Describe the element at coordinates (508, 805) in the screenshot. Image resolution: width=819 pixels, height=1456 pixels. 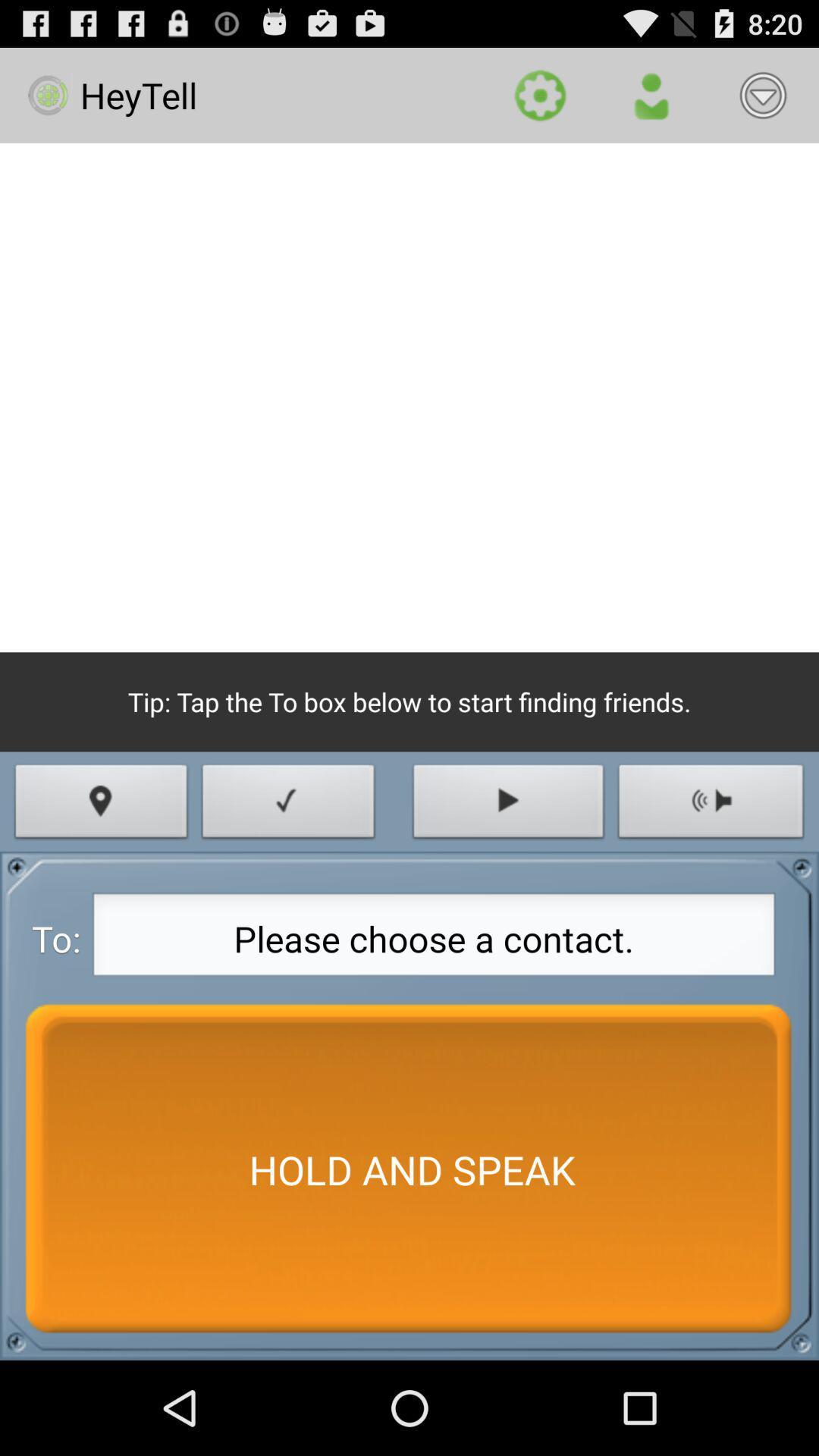
I see `the icon below tip tap the` at that location.